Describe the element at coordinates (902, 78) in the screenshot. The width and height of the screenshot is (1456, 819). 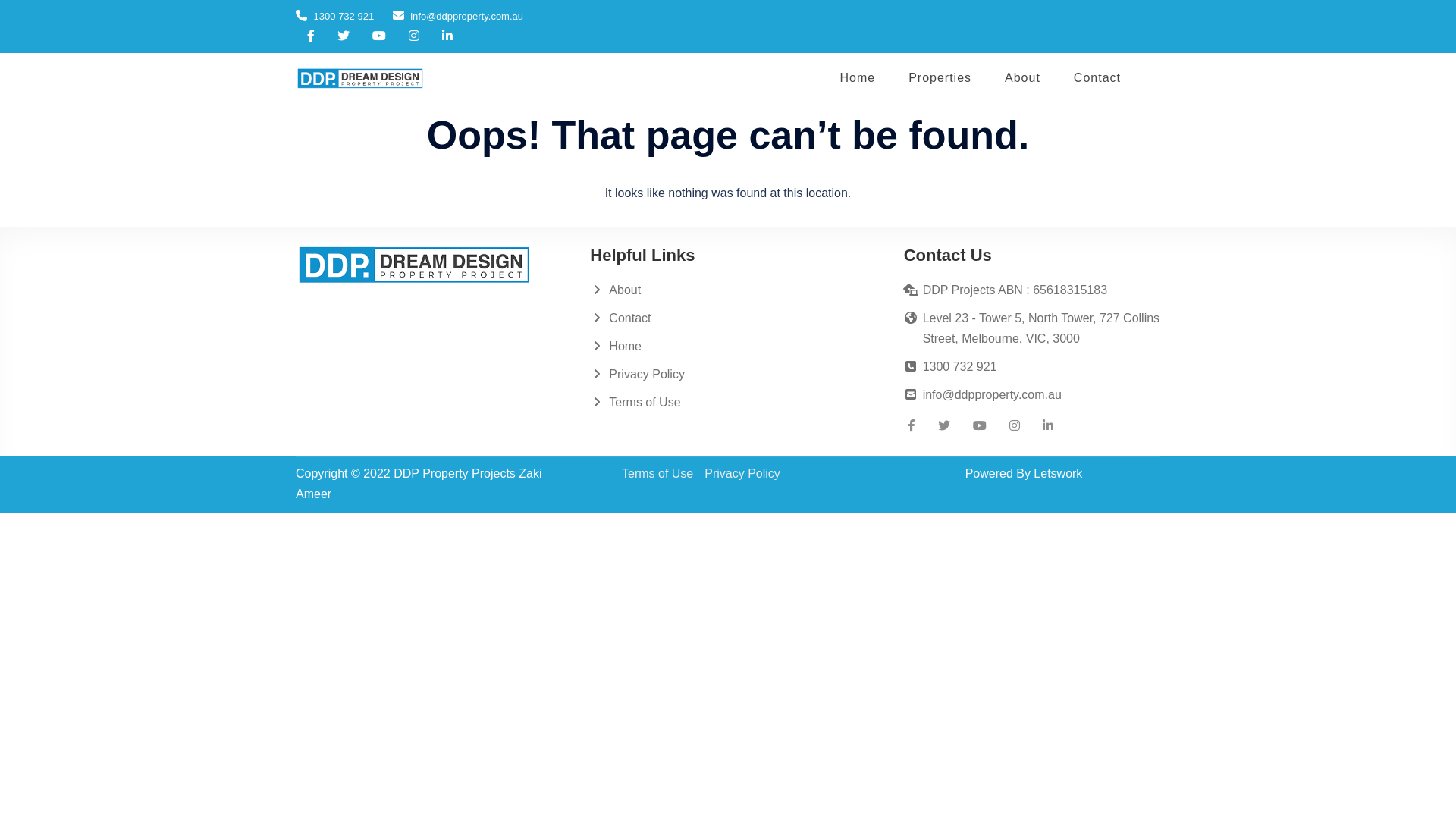
I see `'Properties'` at that location.